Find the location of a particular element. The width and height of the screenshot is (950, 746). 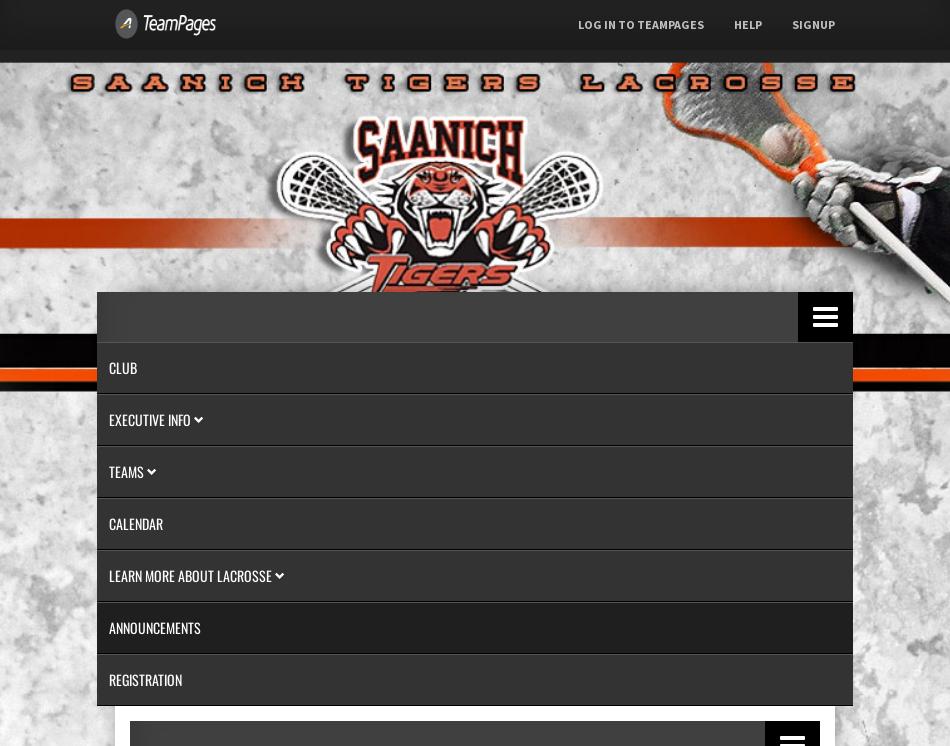

'Club' is located at coordinates (123, 366).